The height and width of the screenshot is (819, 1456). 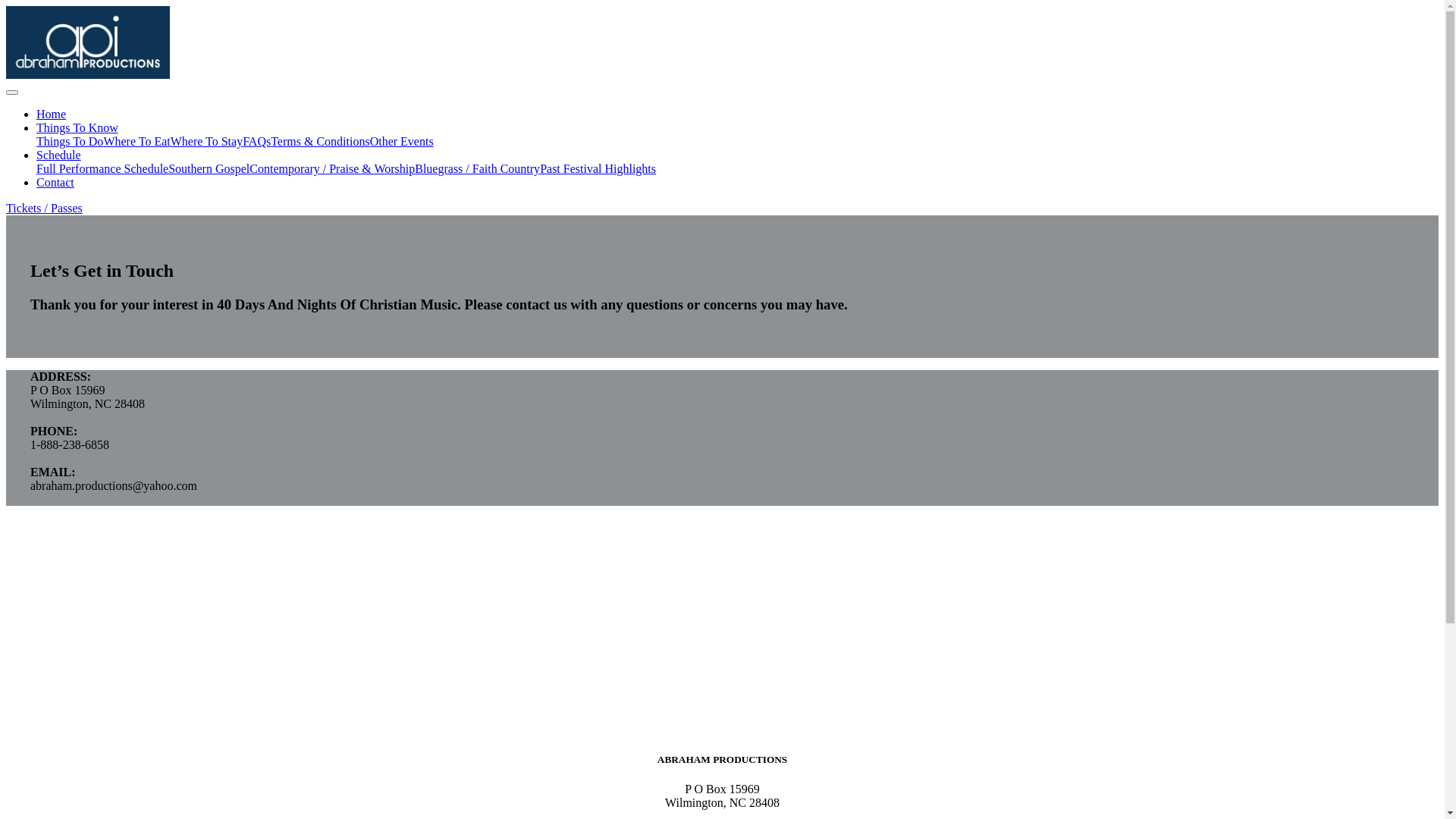 I want to click on 'Terms & Conditions', so click(x=319, y=141).